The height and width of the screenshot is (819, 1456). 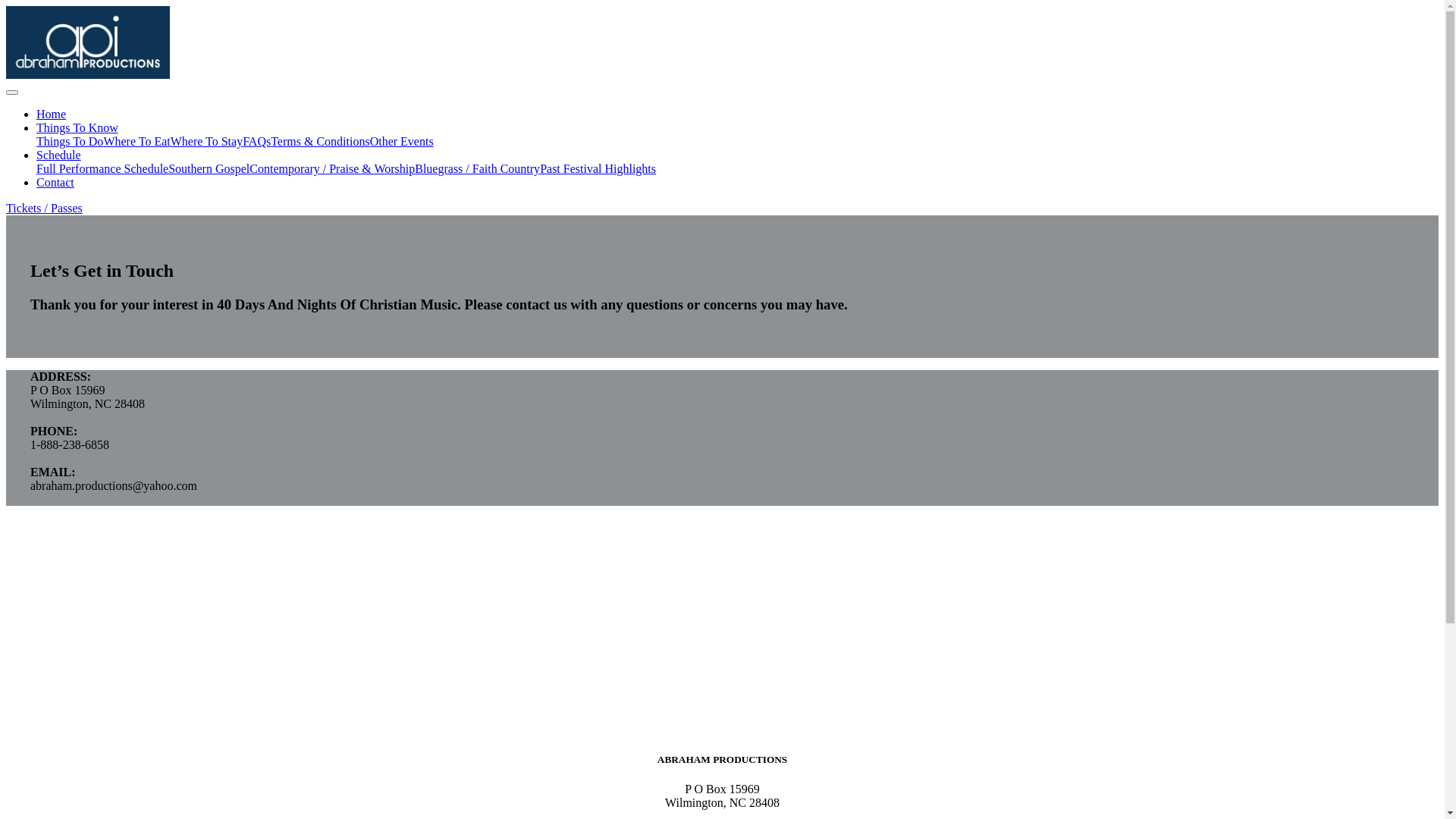 I want to click on 'Terms & Conditions', so click(x=319, y=141).